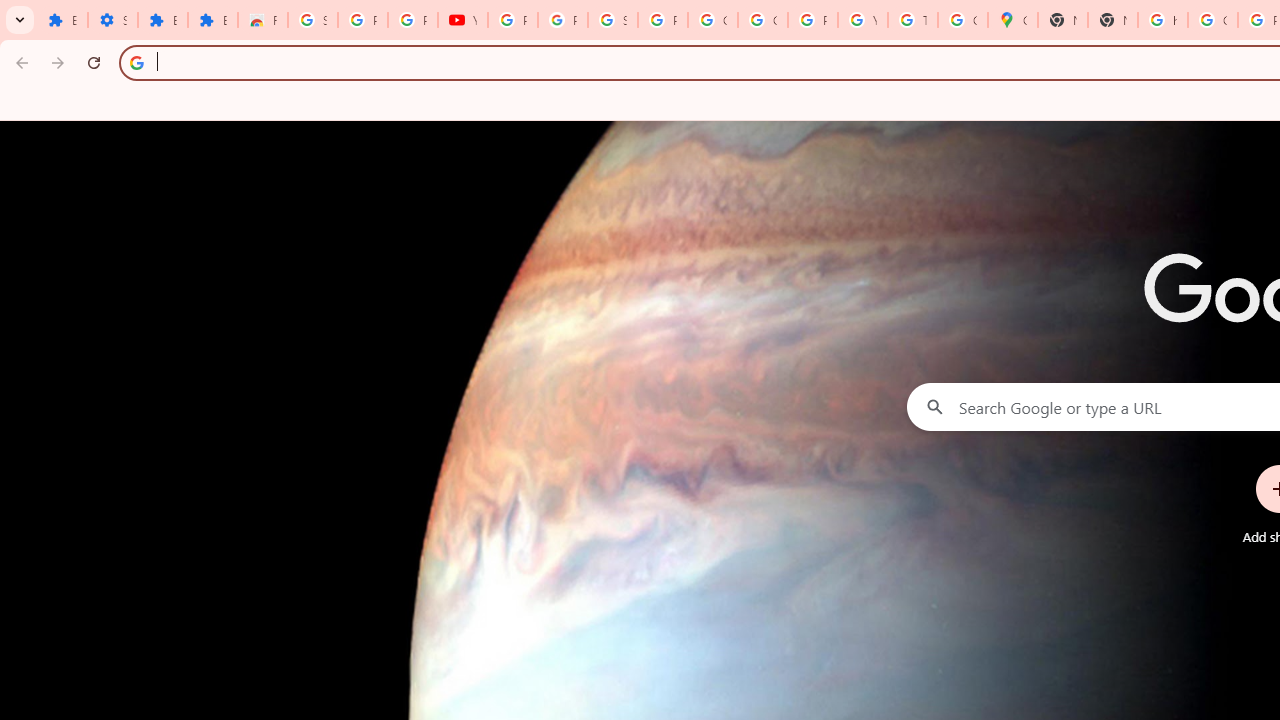  I want to click on 'Settings', so click(112, 20).